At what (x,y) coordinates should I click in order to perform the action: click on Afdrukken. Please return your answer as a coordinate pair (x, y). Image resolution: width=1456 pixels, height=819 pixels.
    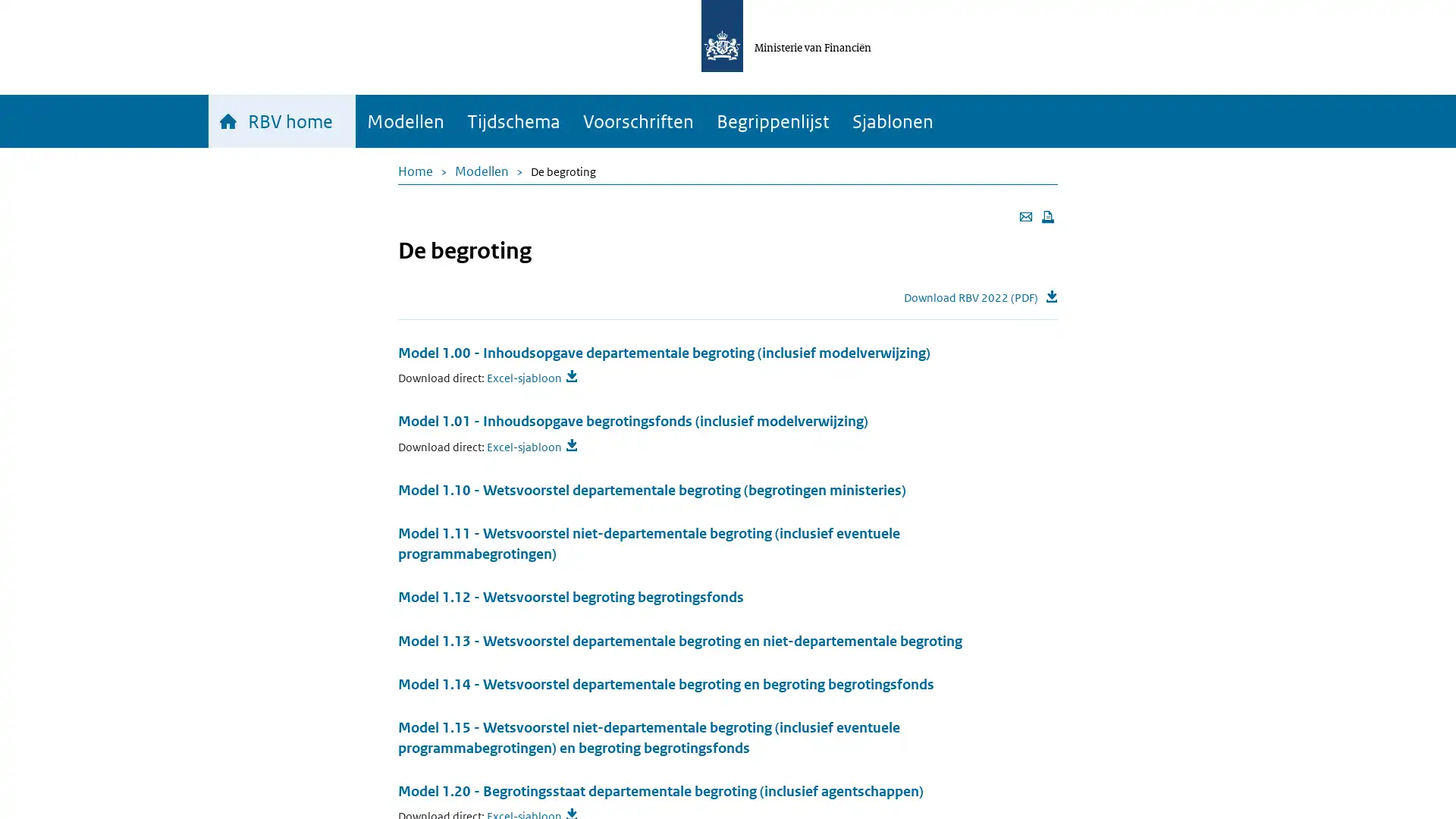
    Looking at the image, I should click on (1047, 216).